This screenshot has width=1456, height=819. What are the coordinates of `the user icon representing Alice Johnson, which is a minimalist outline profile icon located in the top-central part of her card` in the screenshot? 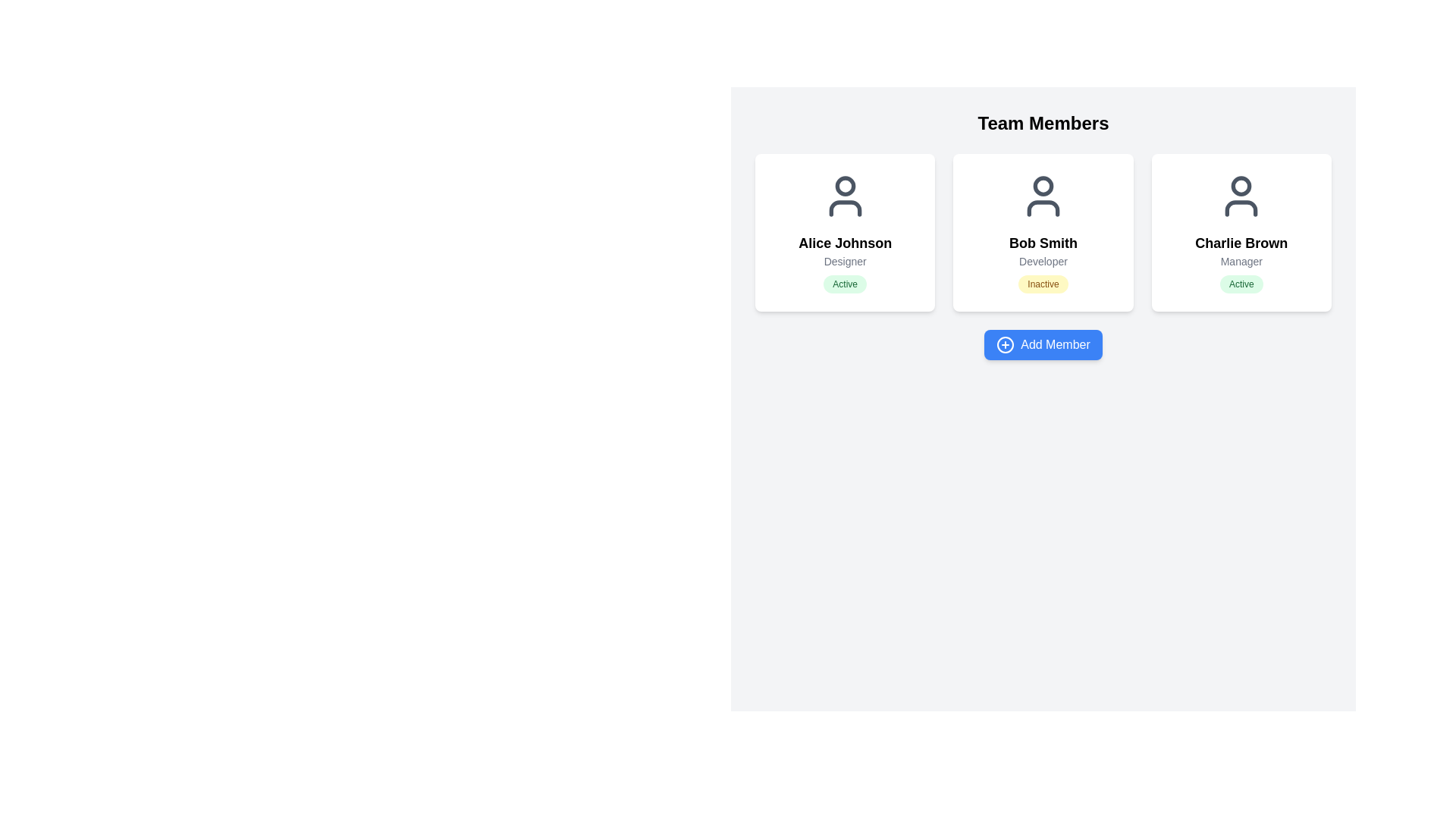 It's located at (844, 195).